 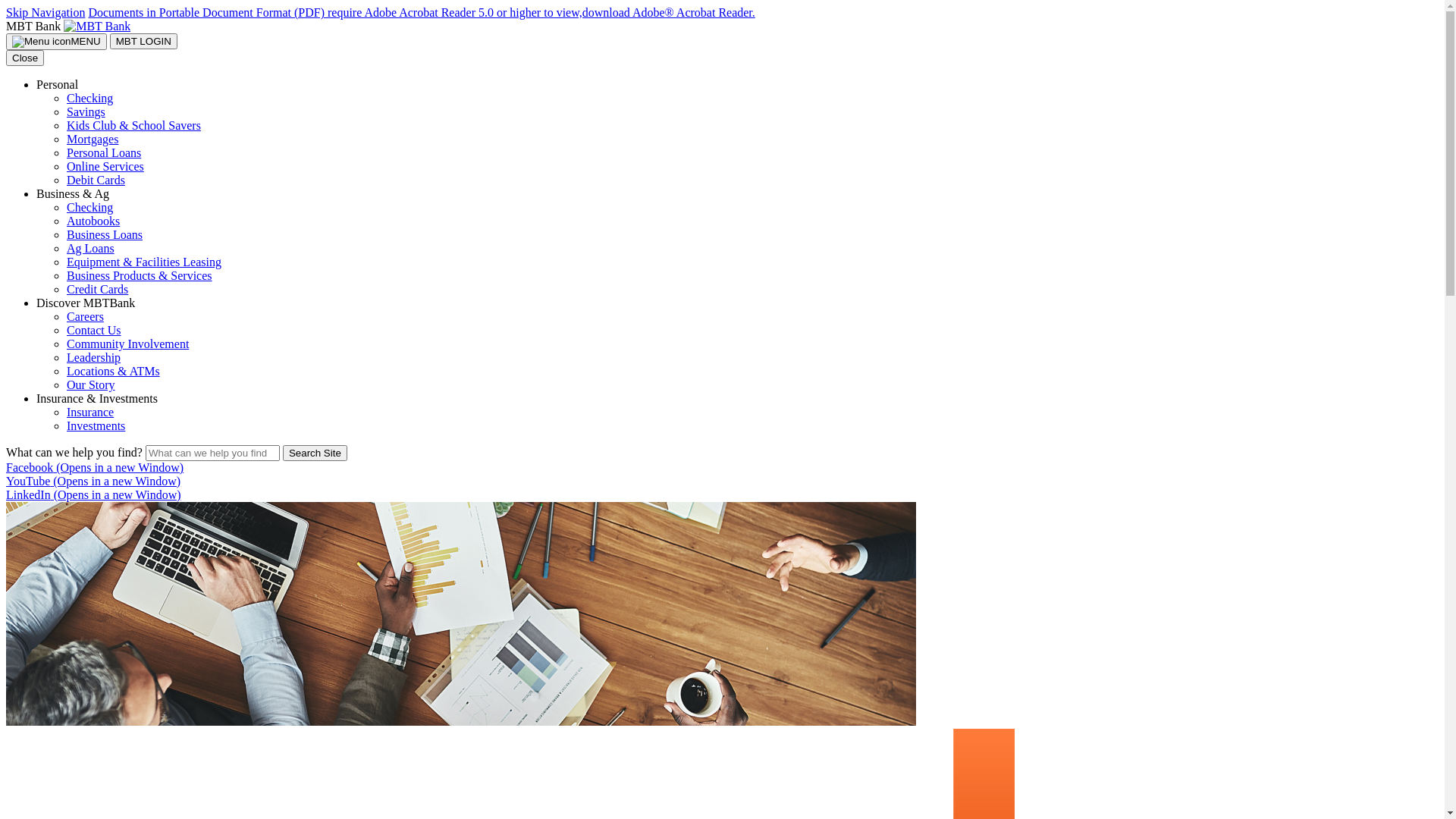 I want to click on 'YouTube (Opens in a new Window)', so click(x=6, y=481).